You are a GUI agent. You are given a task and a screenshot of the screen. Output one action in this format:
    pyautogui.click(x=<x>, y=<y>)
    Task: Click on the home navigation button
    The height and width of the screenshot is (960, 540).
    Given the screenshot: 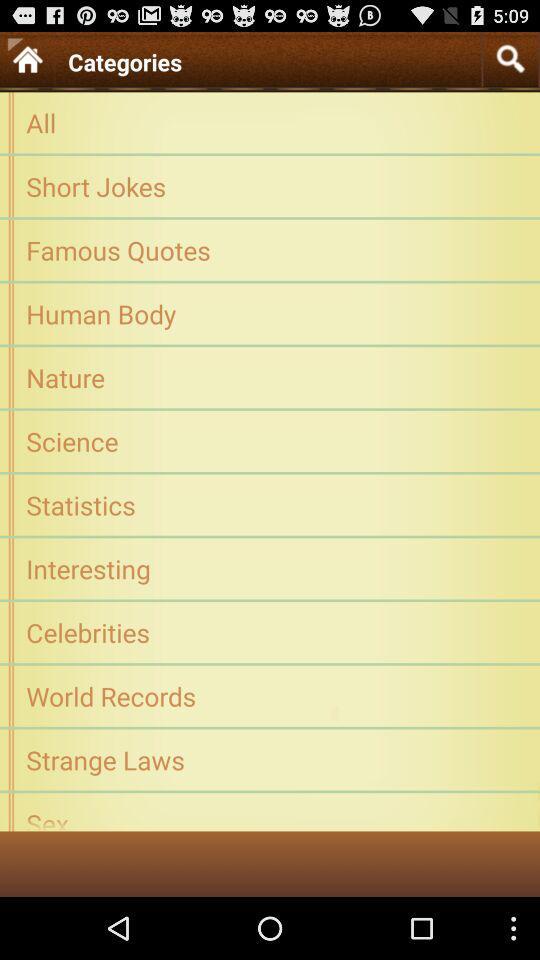 What is the action you would take?
    pyautogui.click(x=26, y=58)
    